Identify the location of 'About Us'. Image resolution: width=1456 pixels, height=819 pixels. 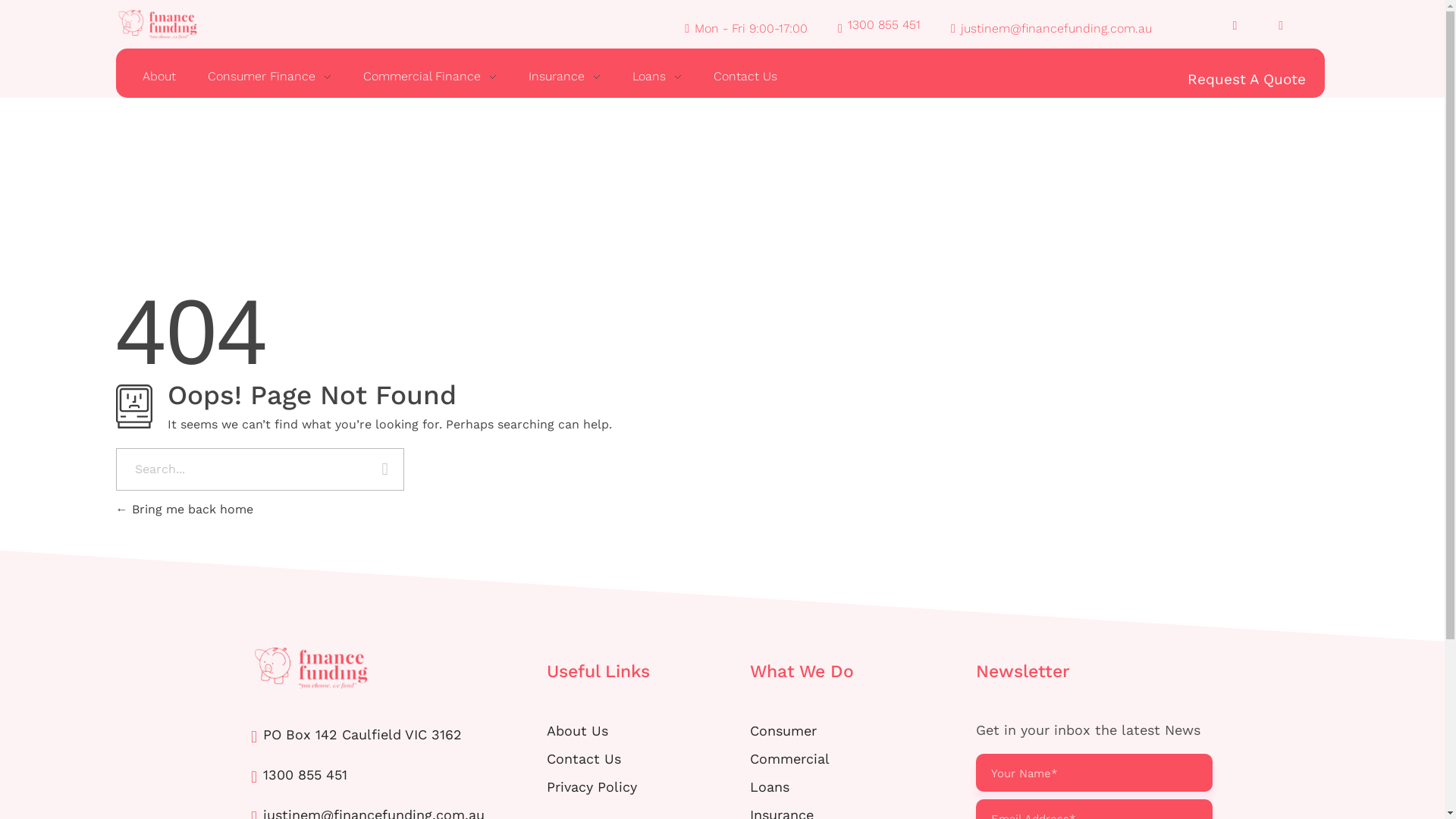
(576, 730).